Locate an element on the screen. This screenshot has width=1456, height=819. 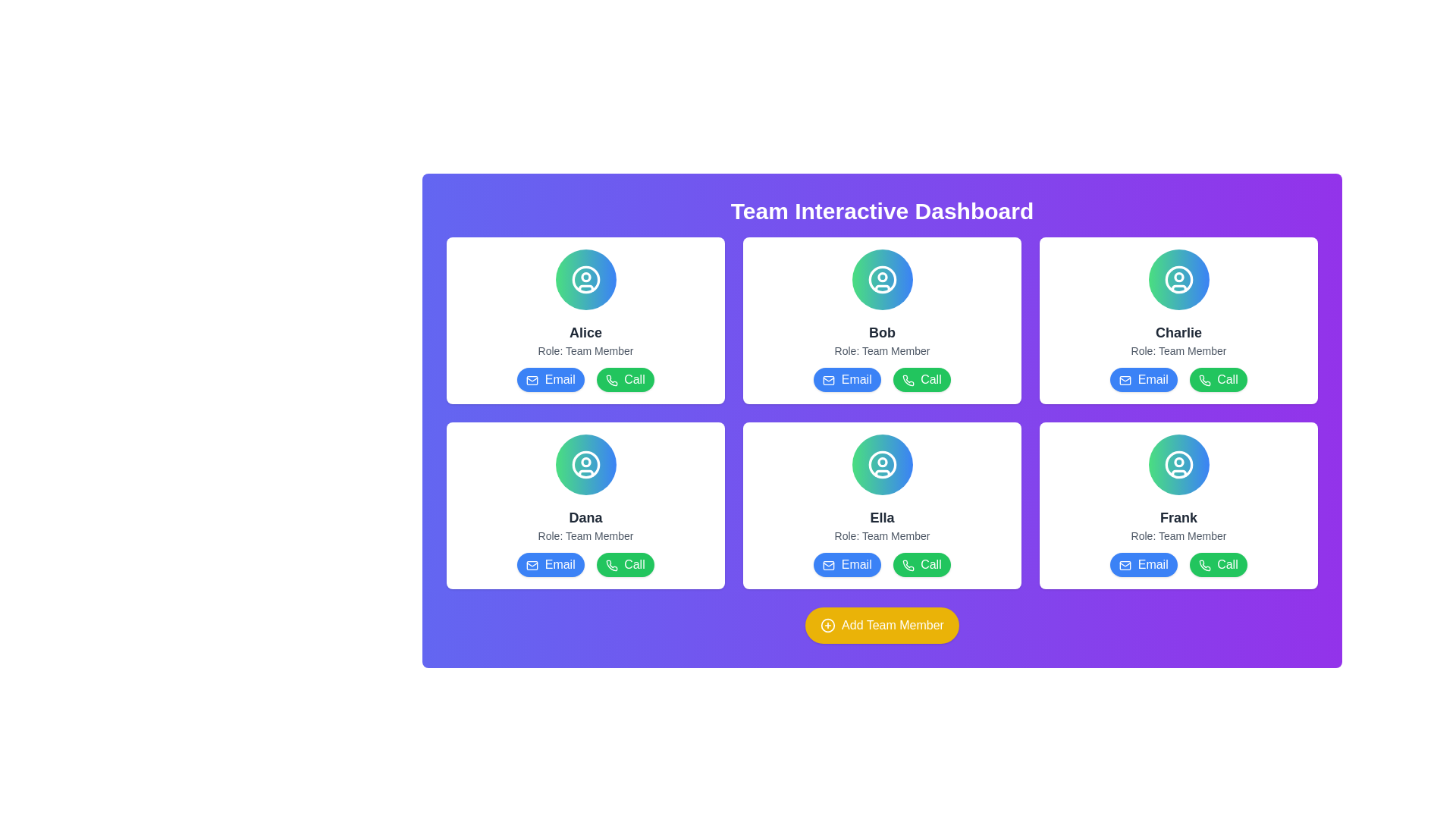
the 'Email' button with a blue background, white border, and a mail icon is located at coordinates (1144, 564).